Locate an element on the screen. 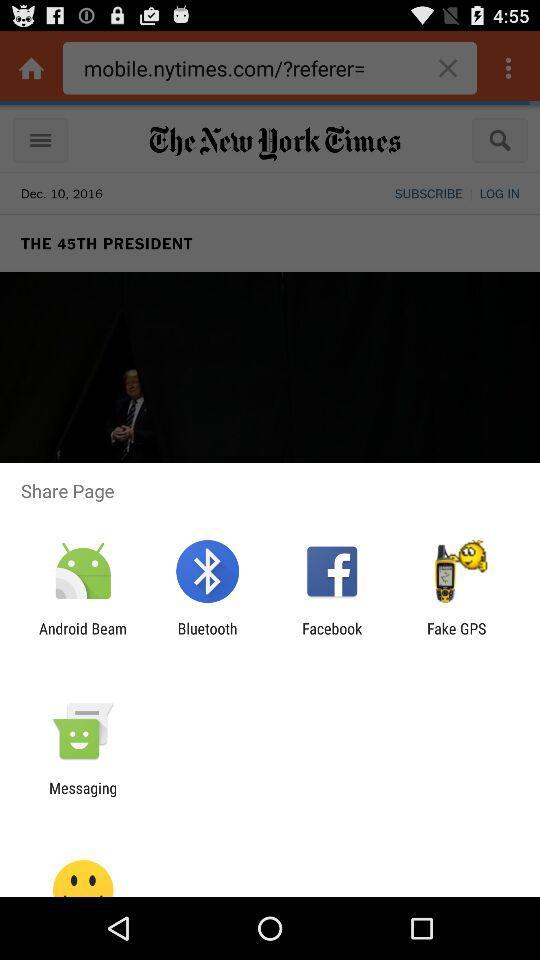 The image size is (540, 960). the app to the right of android beam icon is located at coordinates (206, 636).